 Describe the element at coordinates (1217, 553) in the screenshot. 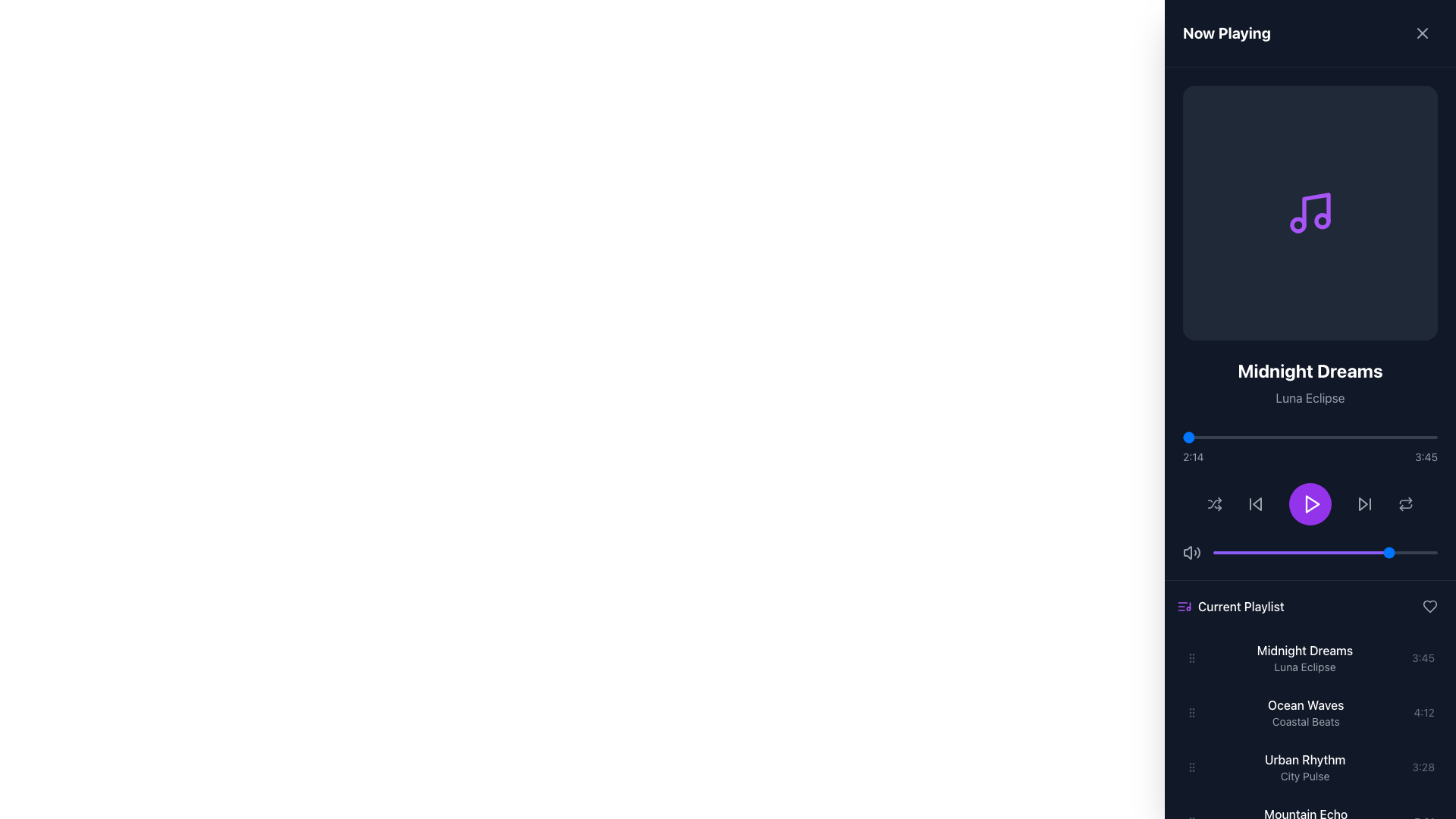

I see `the slider value` at that location.